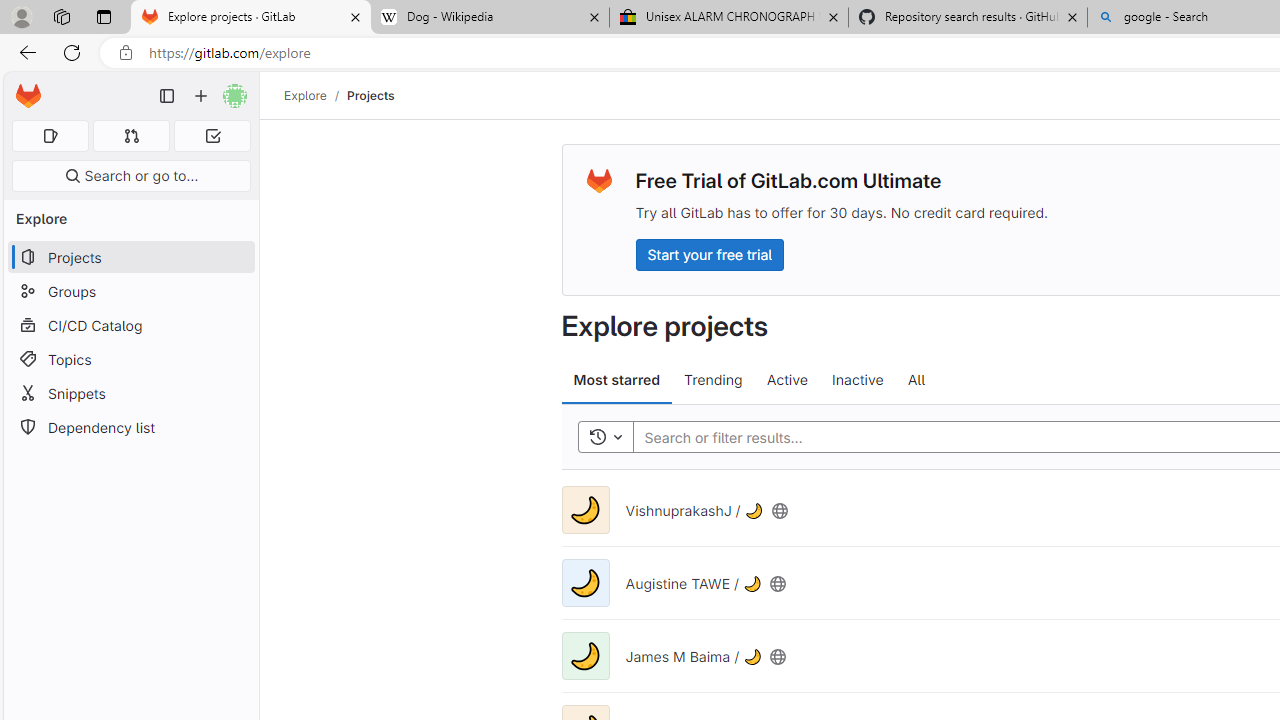  What do you see at coordinates (130, 358) in the screenshot?
I see `'Topics'` at bounding box center [130, 358].